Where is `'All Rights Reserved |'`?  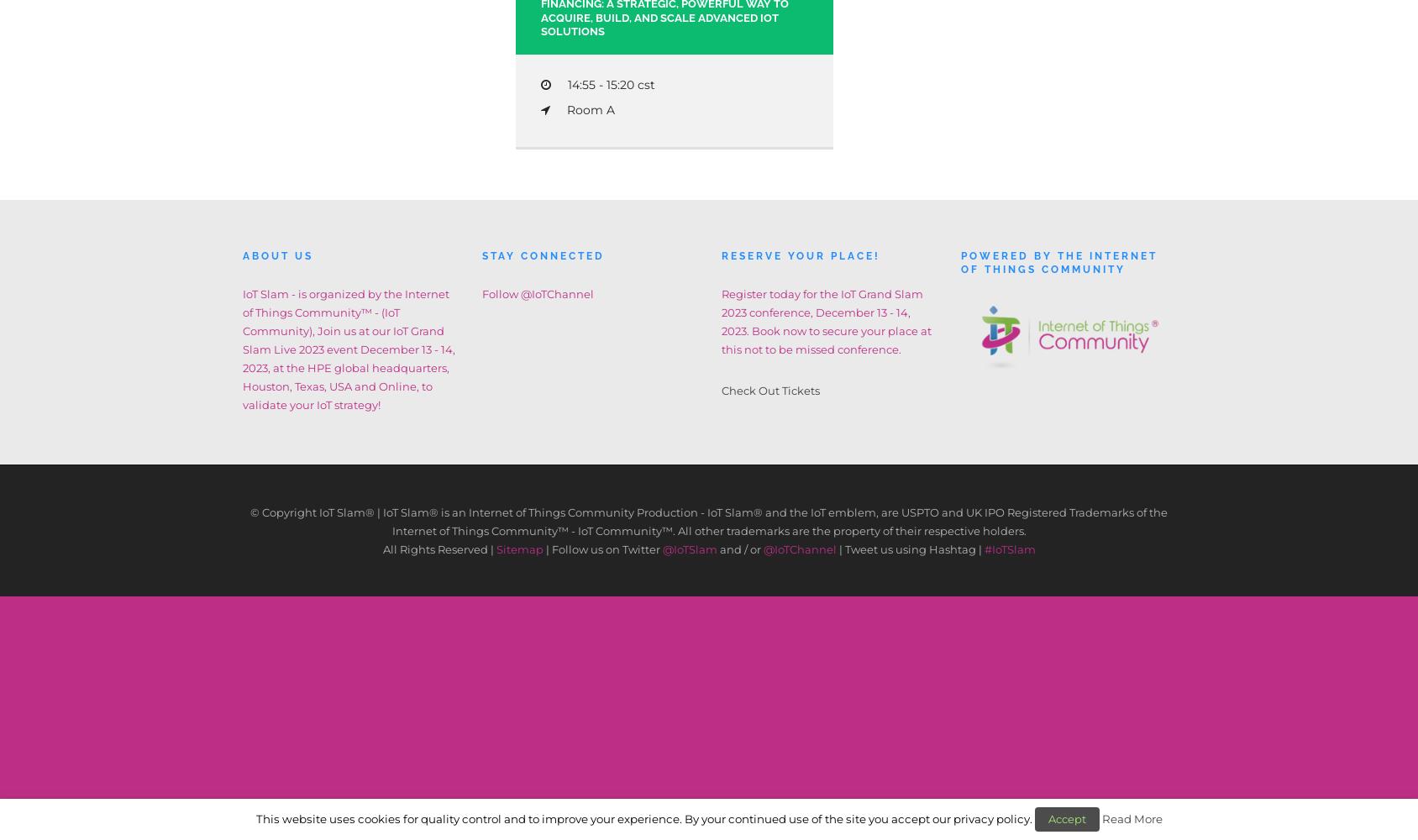
'All Rights Reserved |' is located at coordinates (438, 549).